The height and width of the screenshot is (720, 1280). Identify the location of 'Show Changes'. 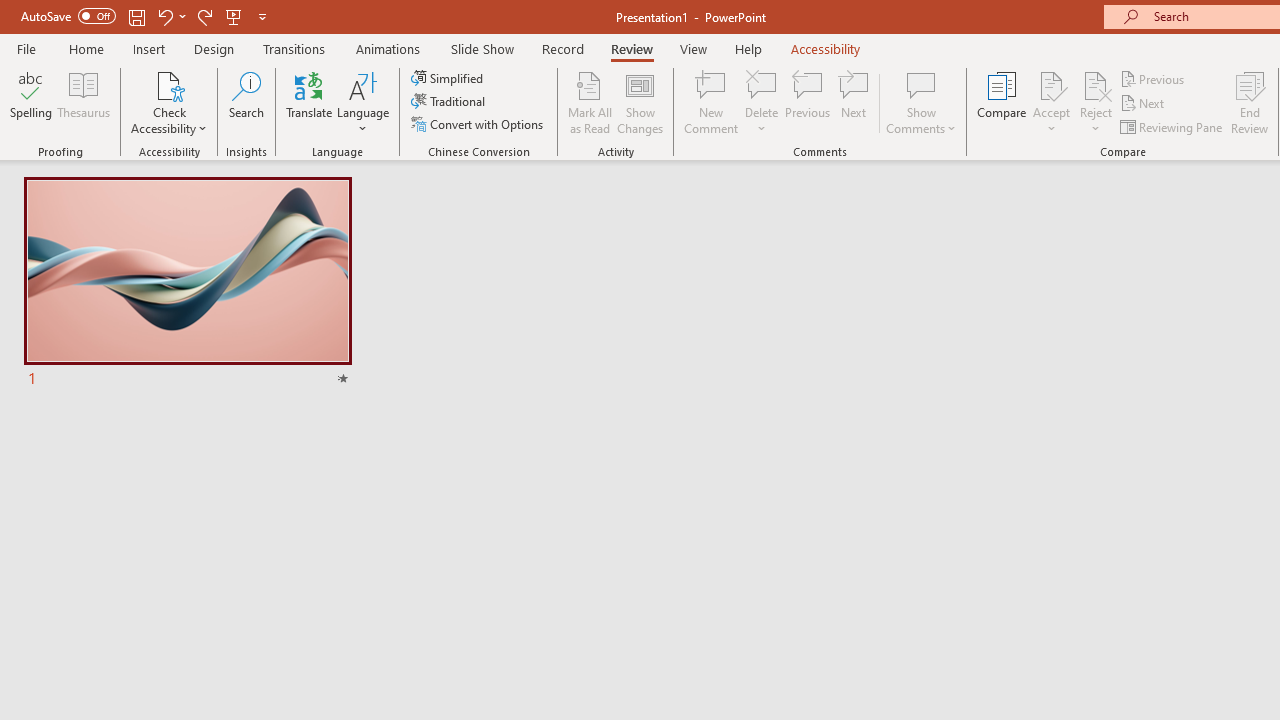
(640, 103).